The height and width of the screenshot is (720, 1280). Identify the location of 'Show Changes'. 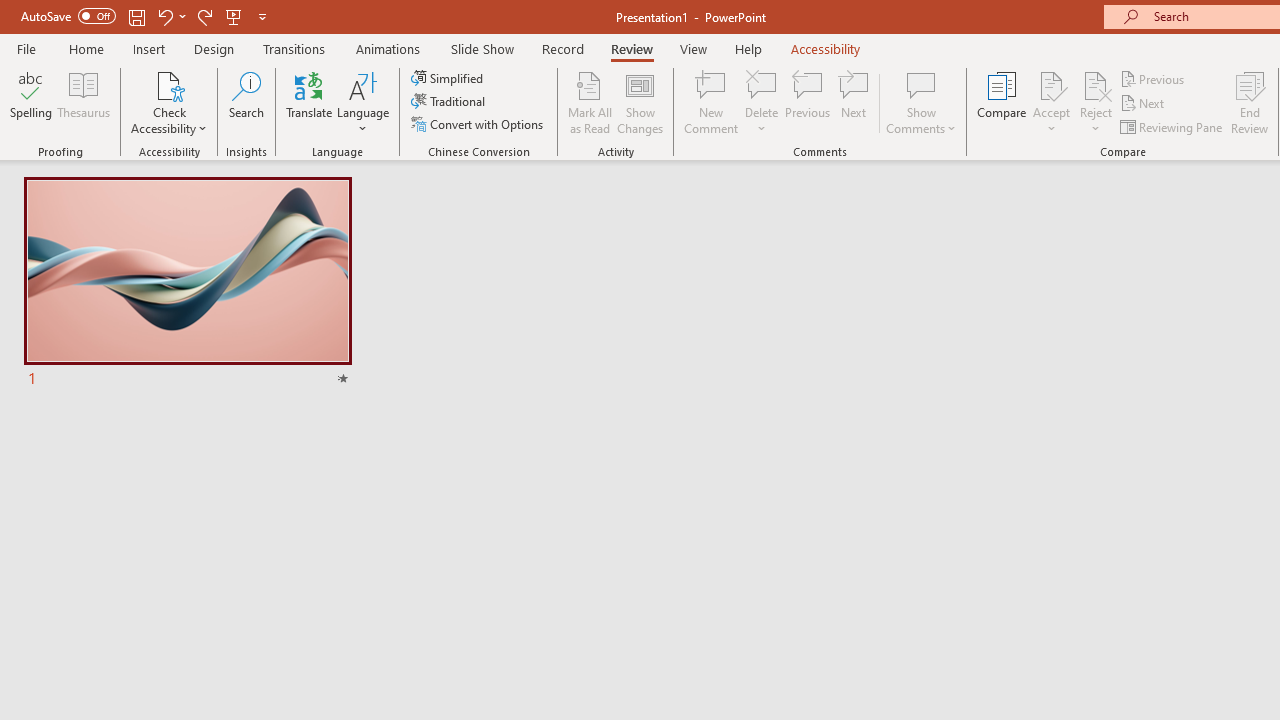
(640, 103).